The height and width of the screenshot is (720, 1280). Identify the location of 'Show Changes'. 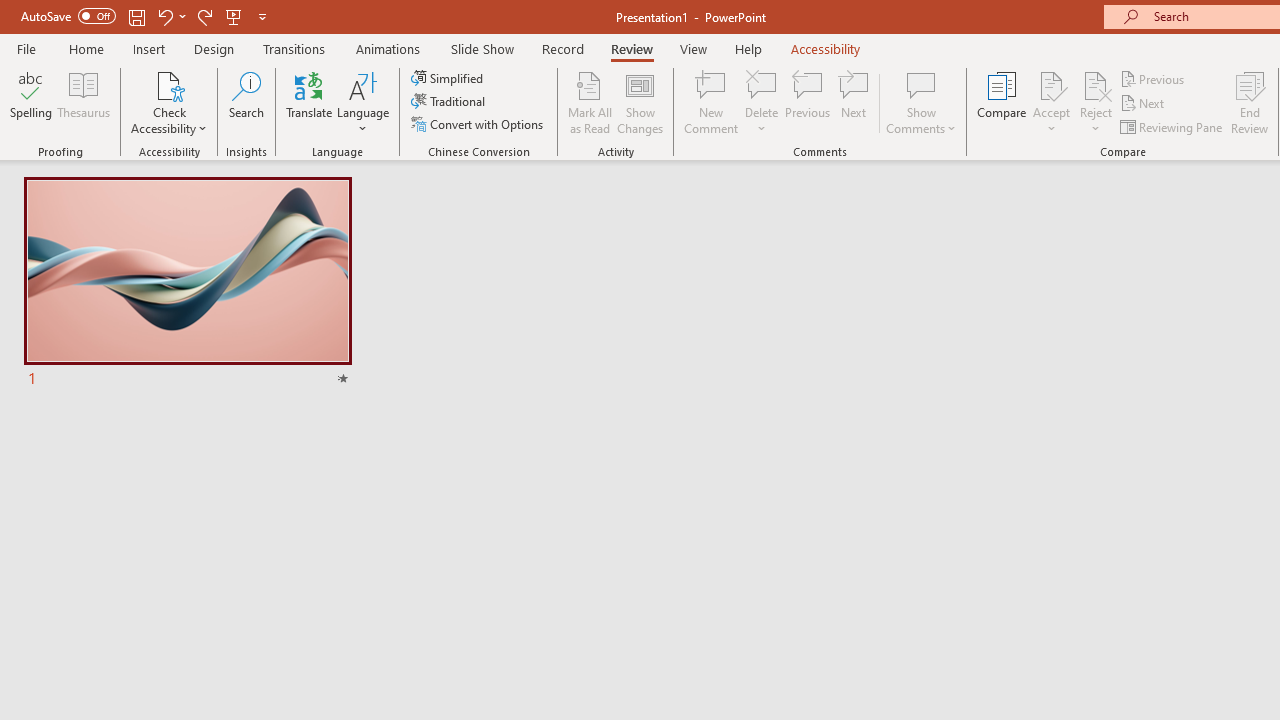
(640, 103).